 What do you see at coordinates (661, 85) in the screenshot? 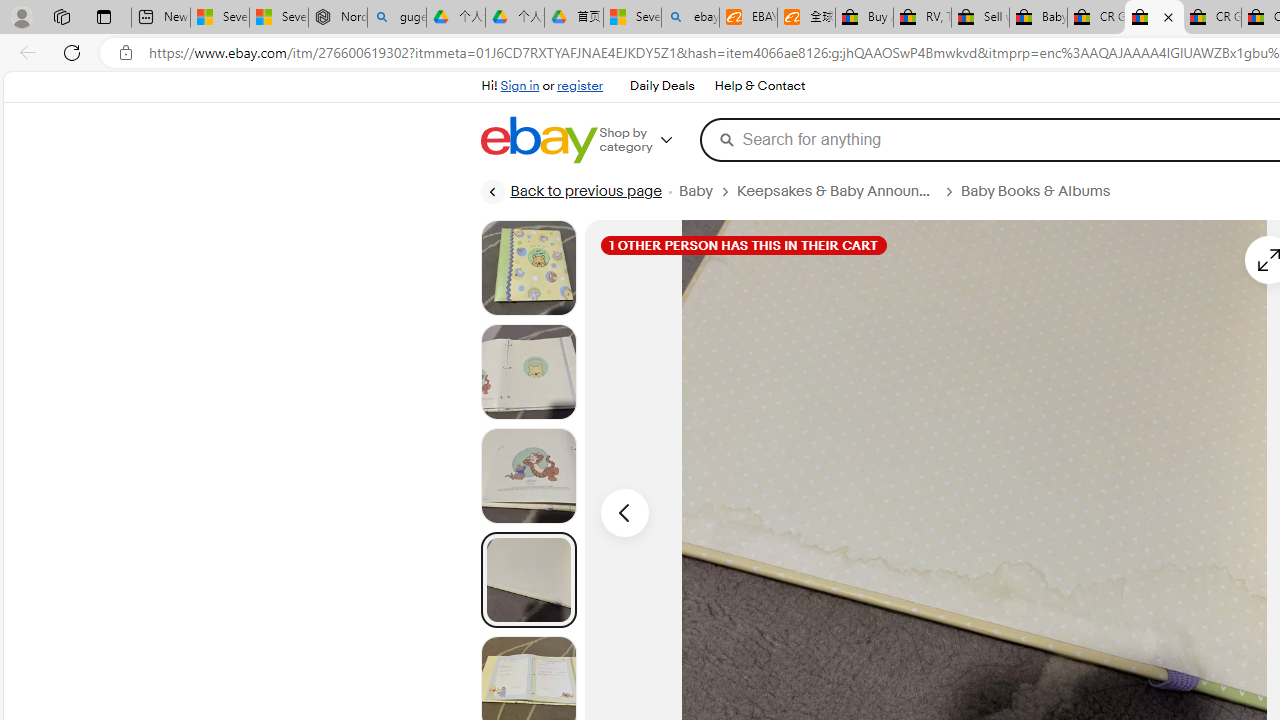
I see `'Daily Deals'` at bounding box center [661, 85].